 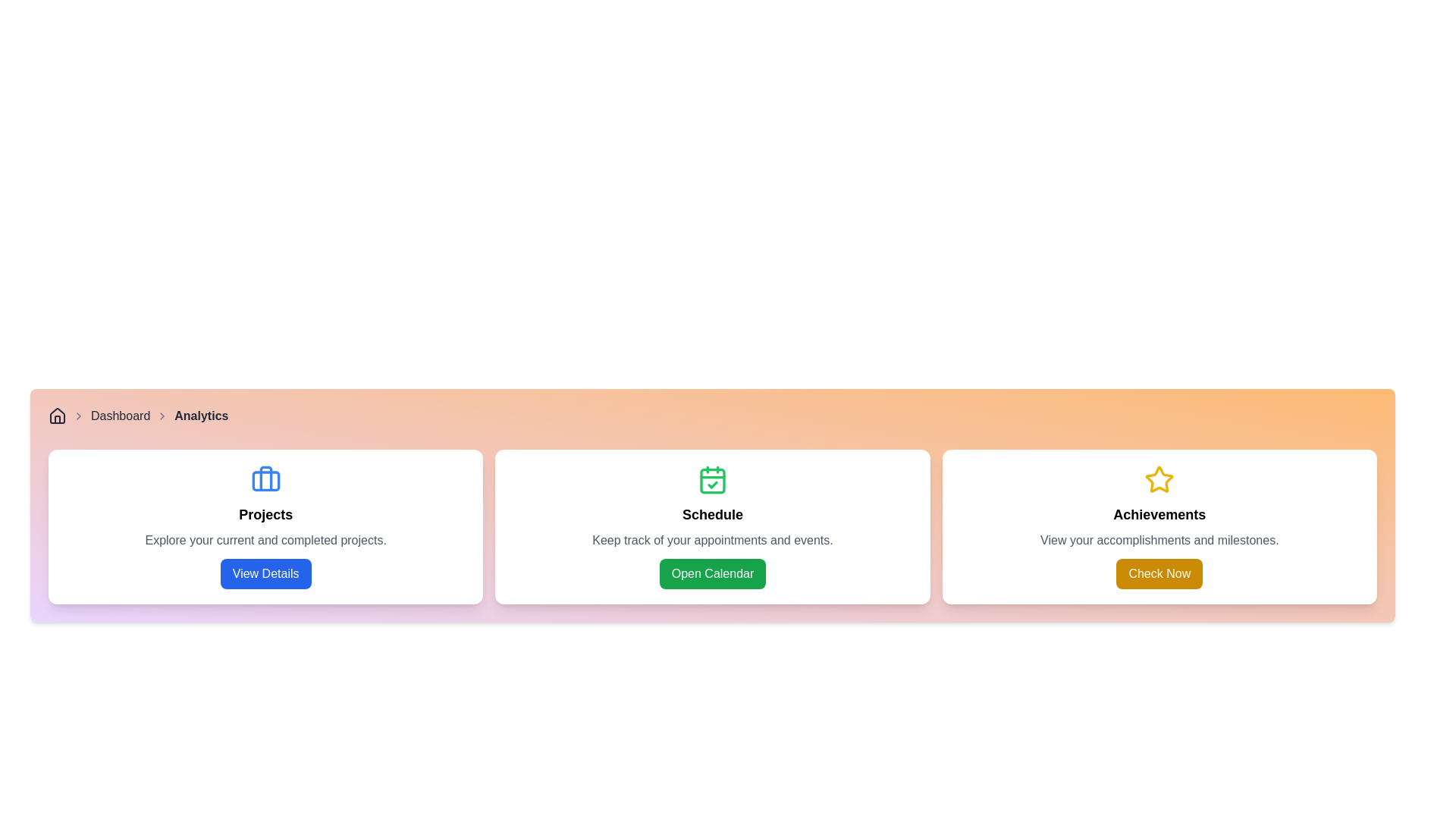 What do you see at coordinates (265, 481) in the screenshot?
I see `rectangular design element with a blue outline located within the briefcase icon above the 'Projects' header in the Analytics dashboard using developer tools` at bounding box center [265, 481].